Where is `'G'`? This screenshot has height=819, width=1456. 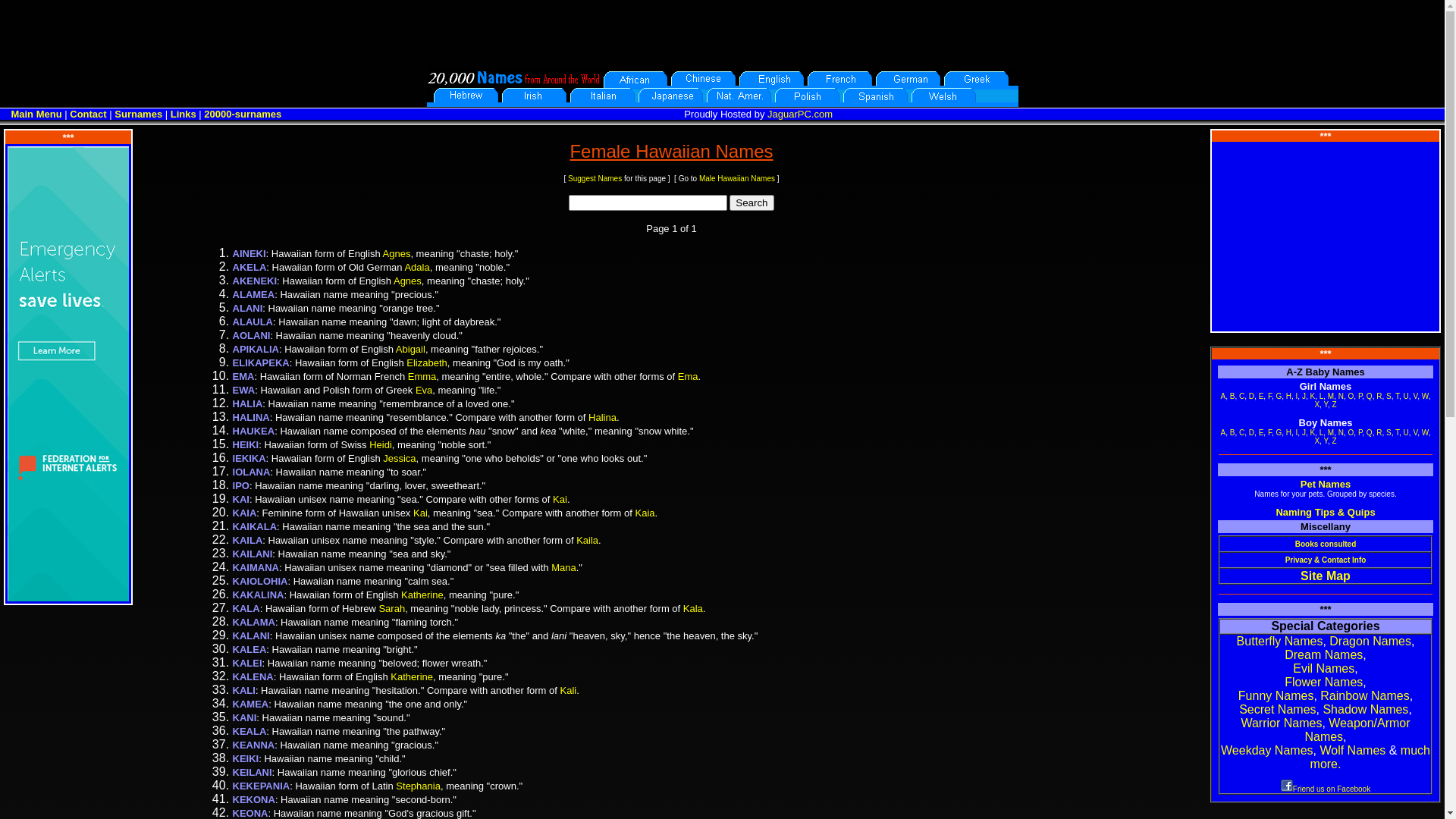
'G' is located at coordinates (1277, 395).